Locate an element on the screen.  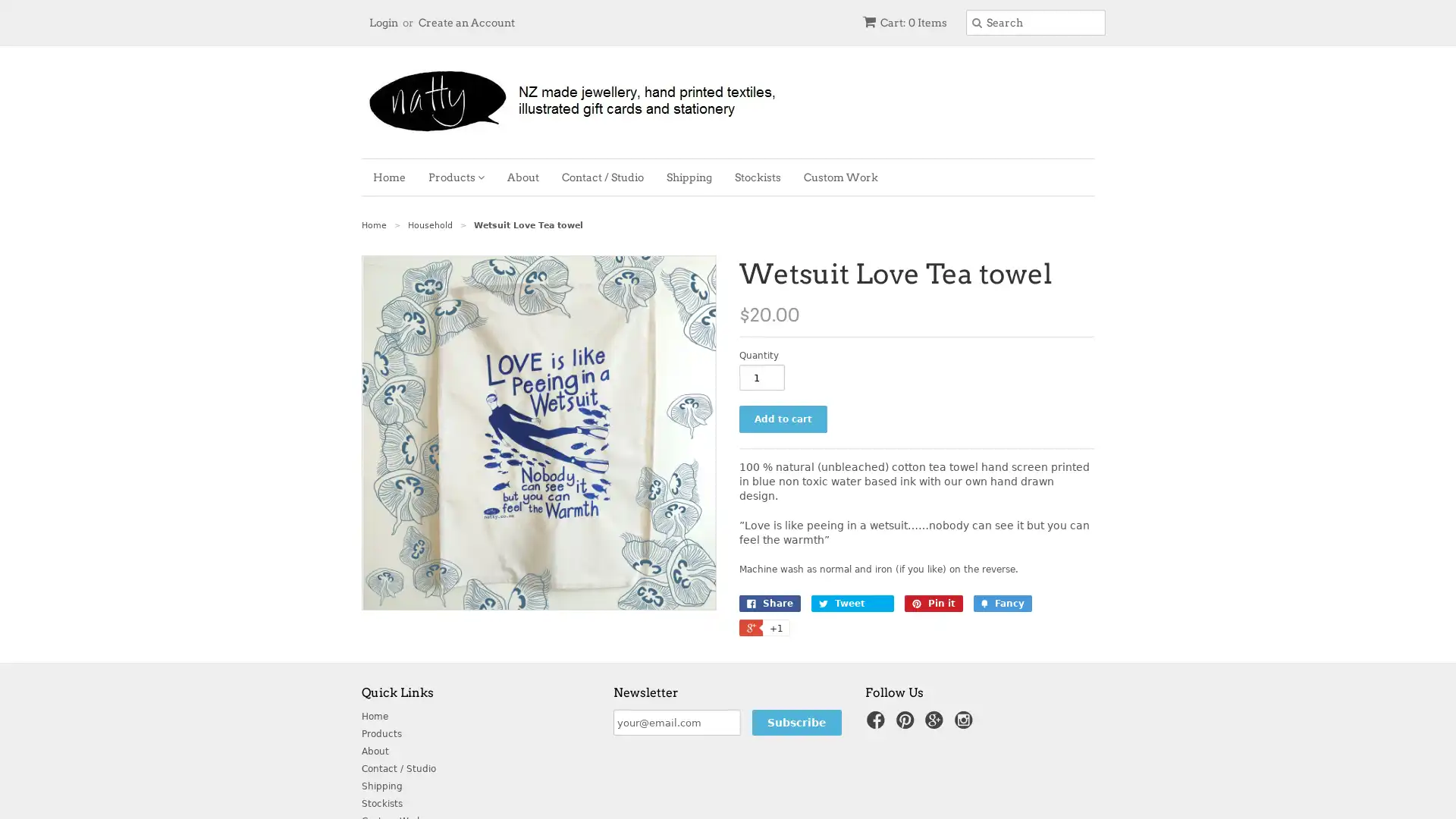
Add to cart is located at coordinates (783, 419).